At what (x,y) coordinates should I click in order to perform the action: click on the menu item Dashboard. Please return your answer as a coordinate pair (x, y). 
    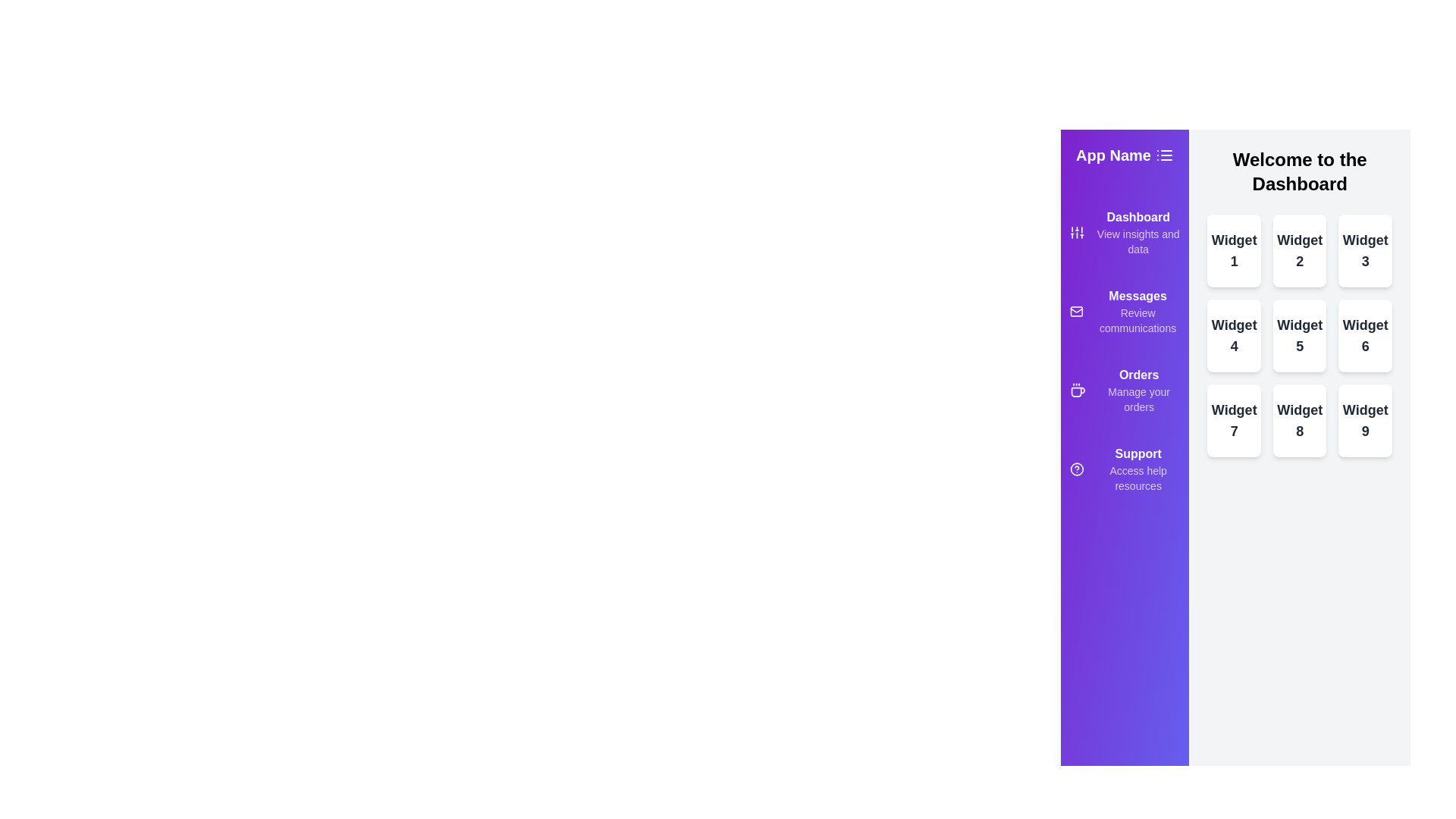
    Looking at the image, I should click on (1125, 233).